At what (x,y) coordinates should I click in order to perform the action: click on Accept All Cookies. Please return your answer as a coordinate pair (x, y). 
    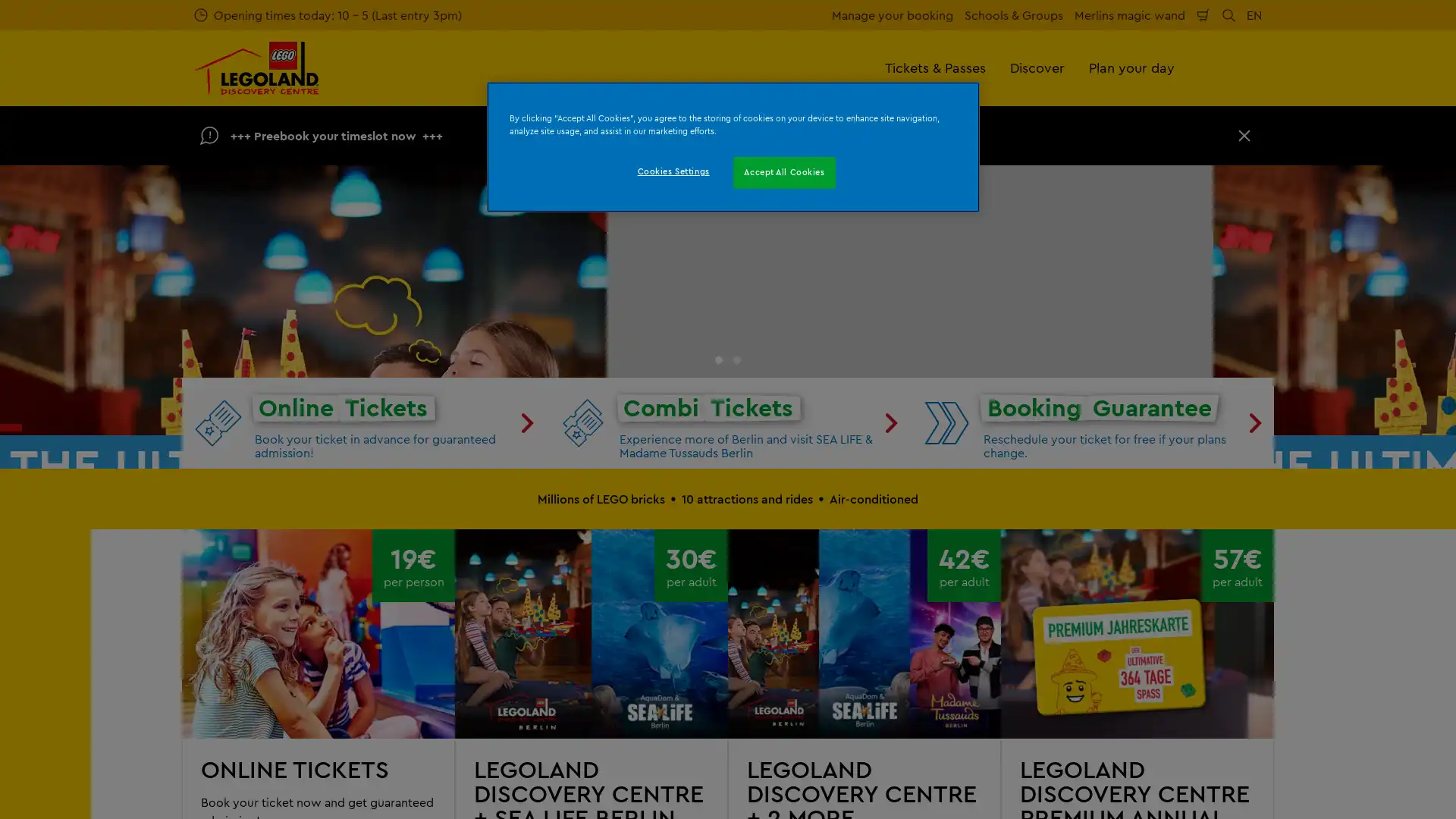
    Looking at the image, I should click on (784, 171).